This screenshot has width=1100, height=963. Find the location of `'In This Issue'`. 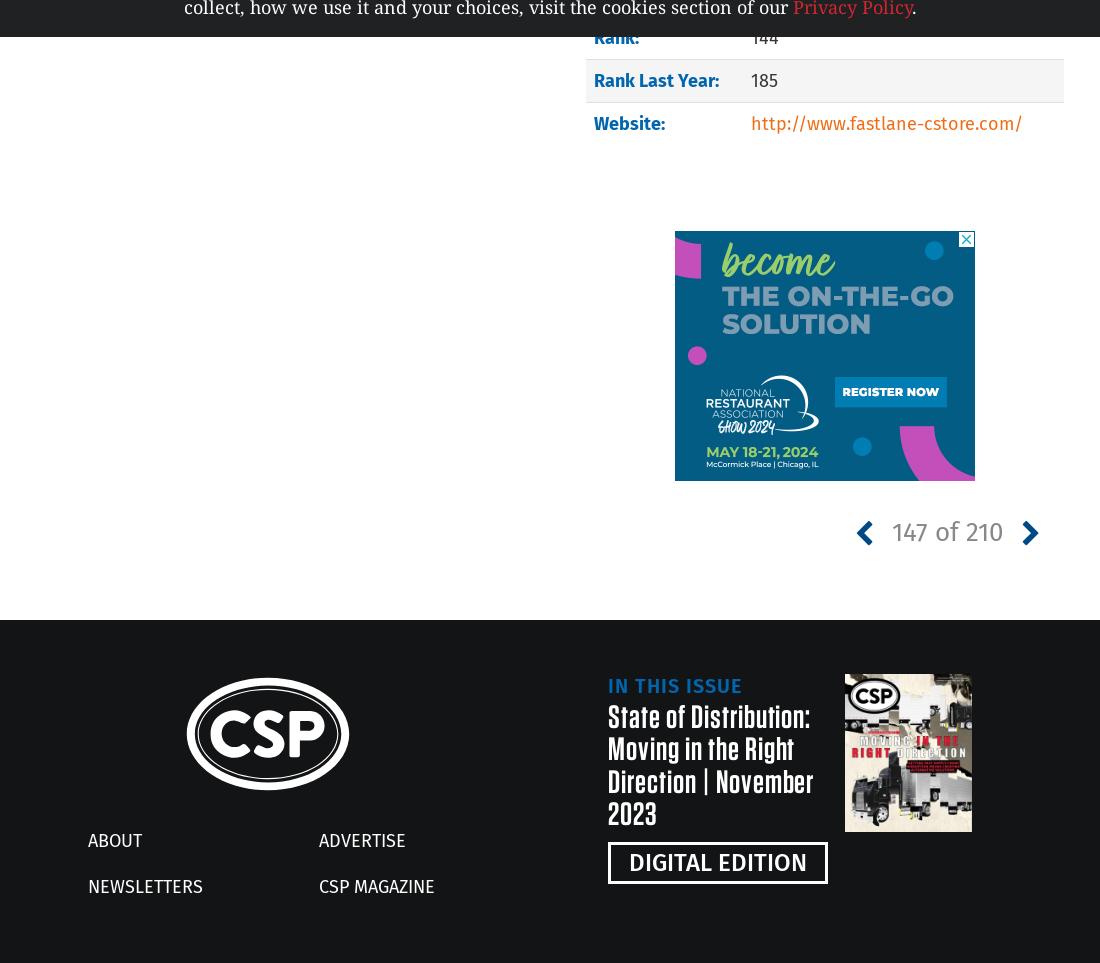

'In This Issue' is located at coordinates (606, 686).